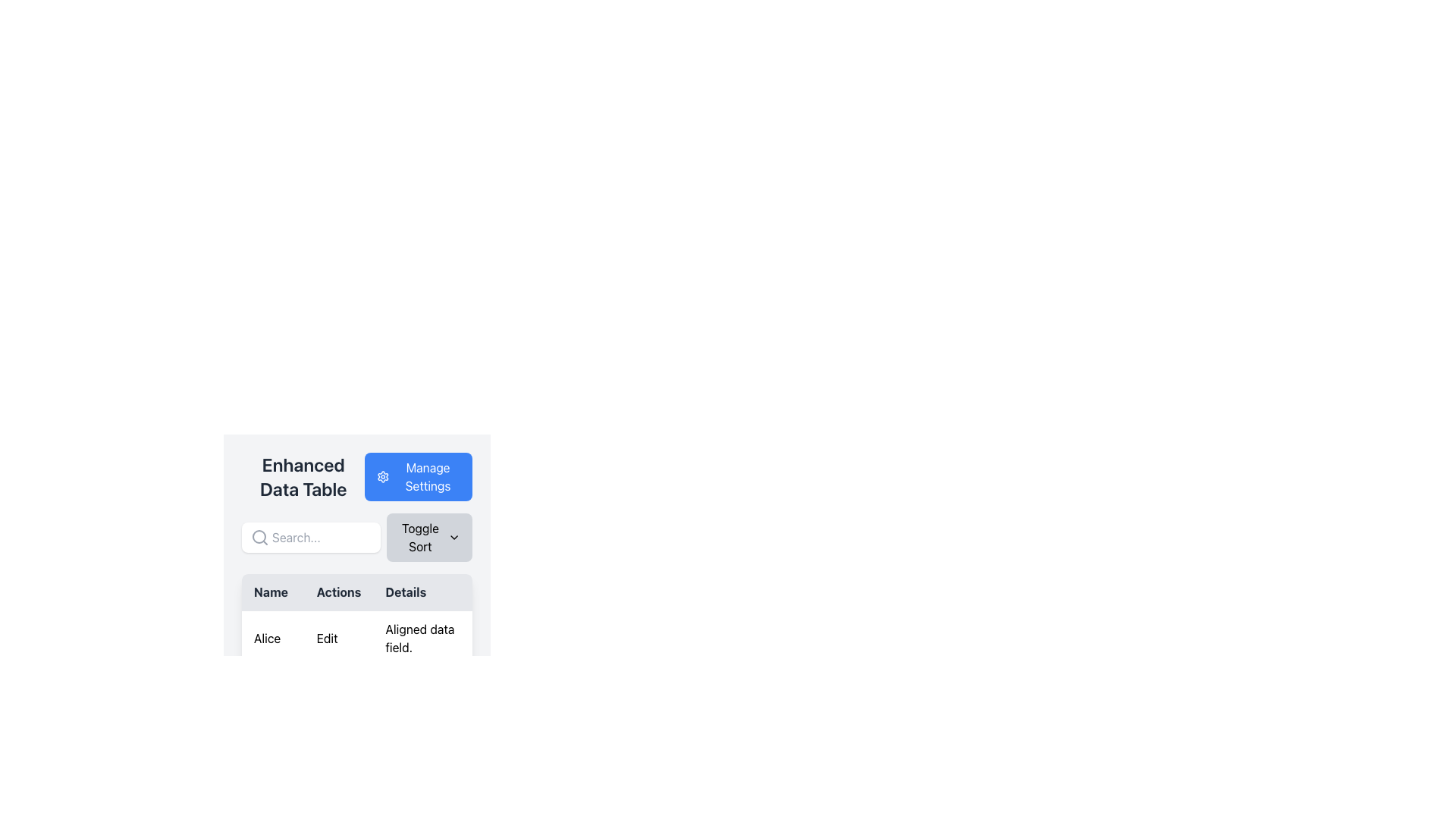  Describe the element at coordinates (273, 591) in the screenshot. I see `the 'Name' header text label in the table, which is the first item in a three-column header row labeled 'Actions' and 'Details'` at that location.